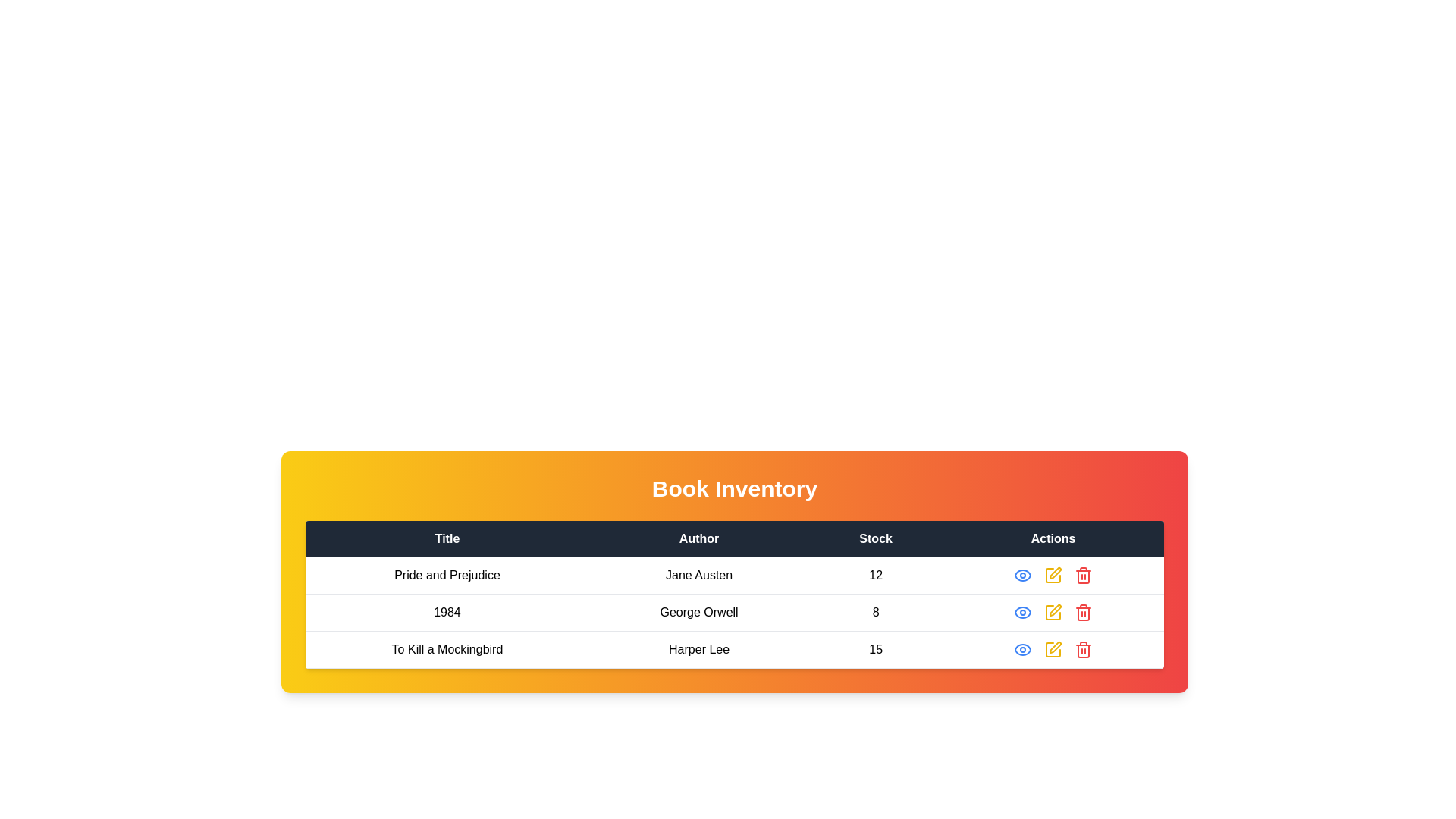  Describe the element at coordinates (876, 648) in the screenshot. I see `the static text display showing the stock count for 'To Kill a Mockingbird' in the inventory, located in the third row and third column of the tabular interface` at that location.